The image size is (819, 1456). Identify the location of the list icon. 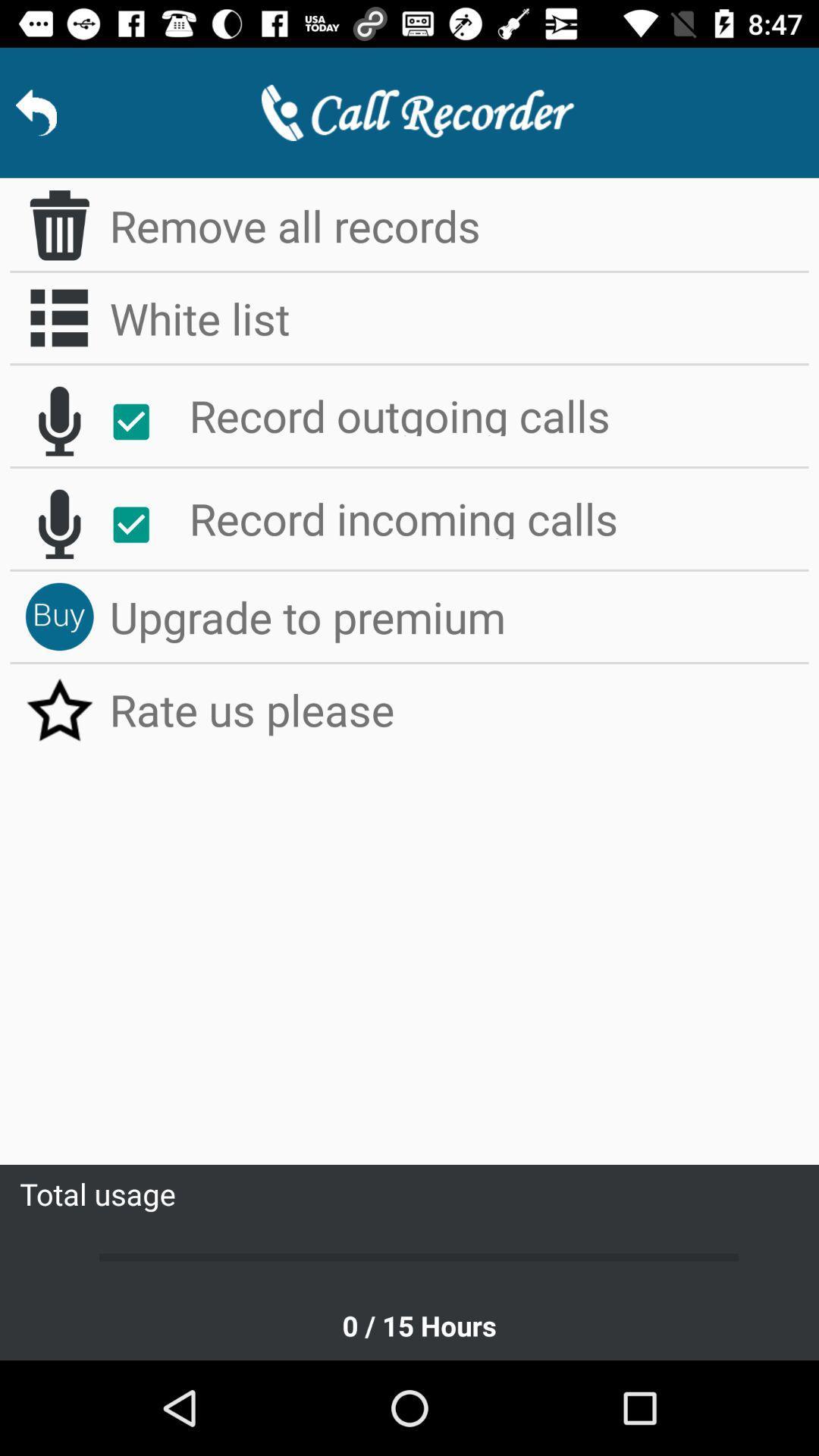
(58, 317).